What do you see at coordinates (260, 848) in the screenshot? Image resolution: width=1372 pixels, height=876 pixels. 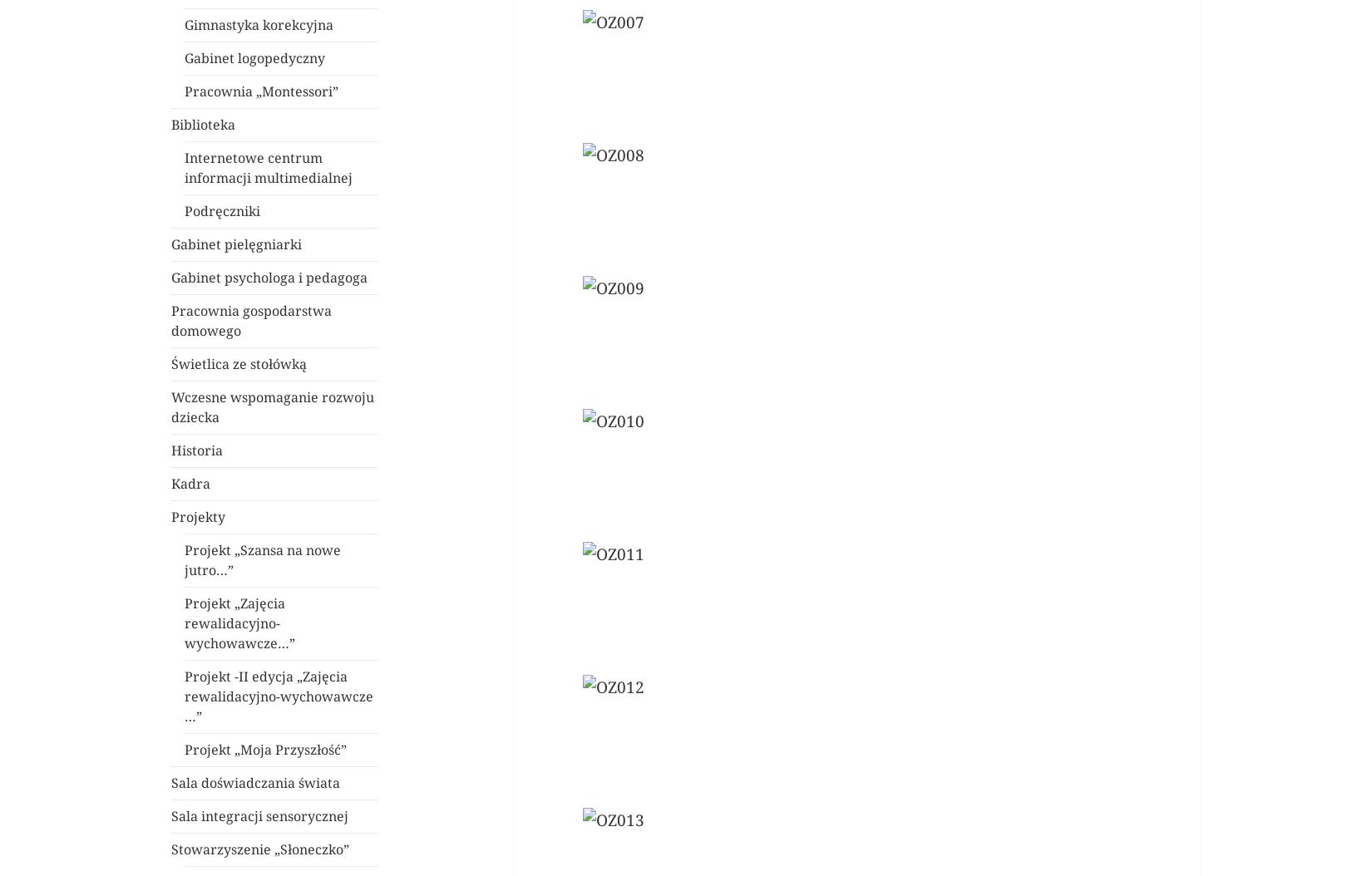 I see `'Stowarzyszenie „Słoneczko”'` at bounding box center [260, 848].